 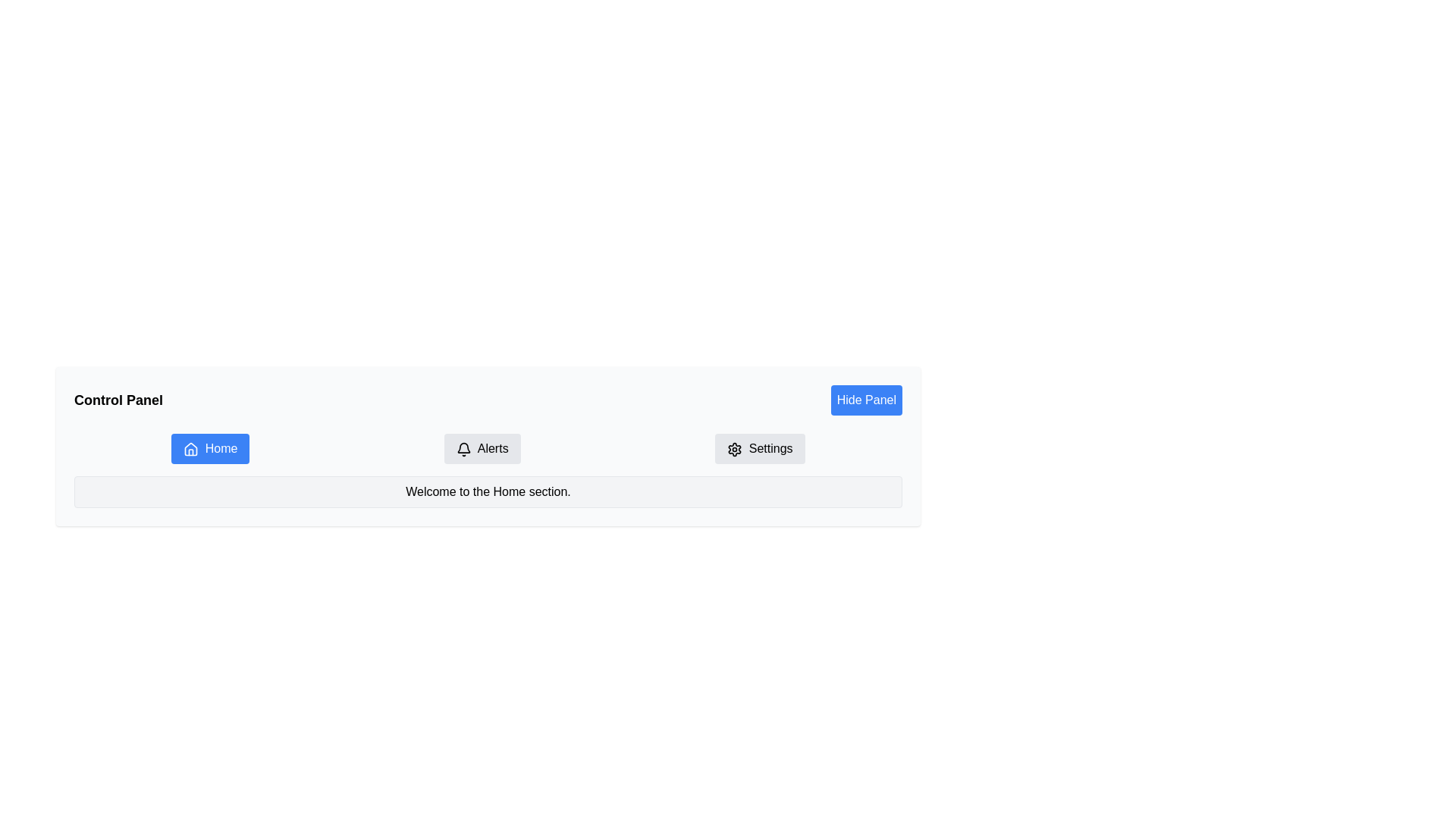 What do you see at coordinates (760, 447) in the screenshot?
I see `the 'Settings' button located at the far right of the navigation menu bar, which has a light gray background and a gear icon to its left` at bounding box center [760, 447].